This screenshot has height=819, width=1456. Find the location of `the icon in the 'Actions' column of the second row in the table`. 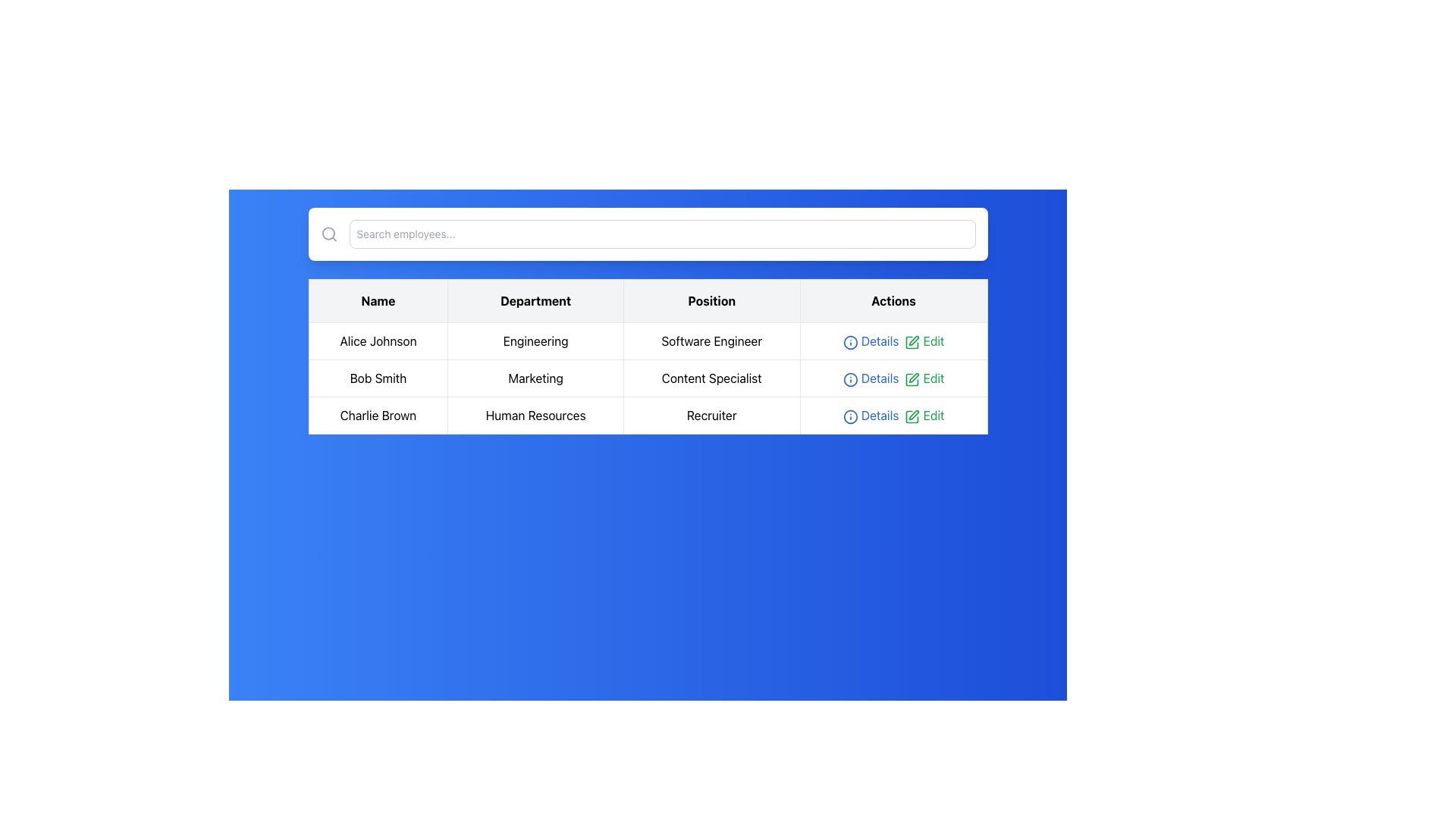

the icon in the 'Actions' column of the second row in the table is located at coordinates (850, 378).